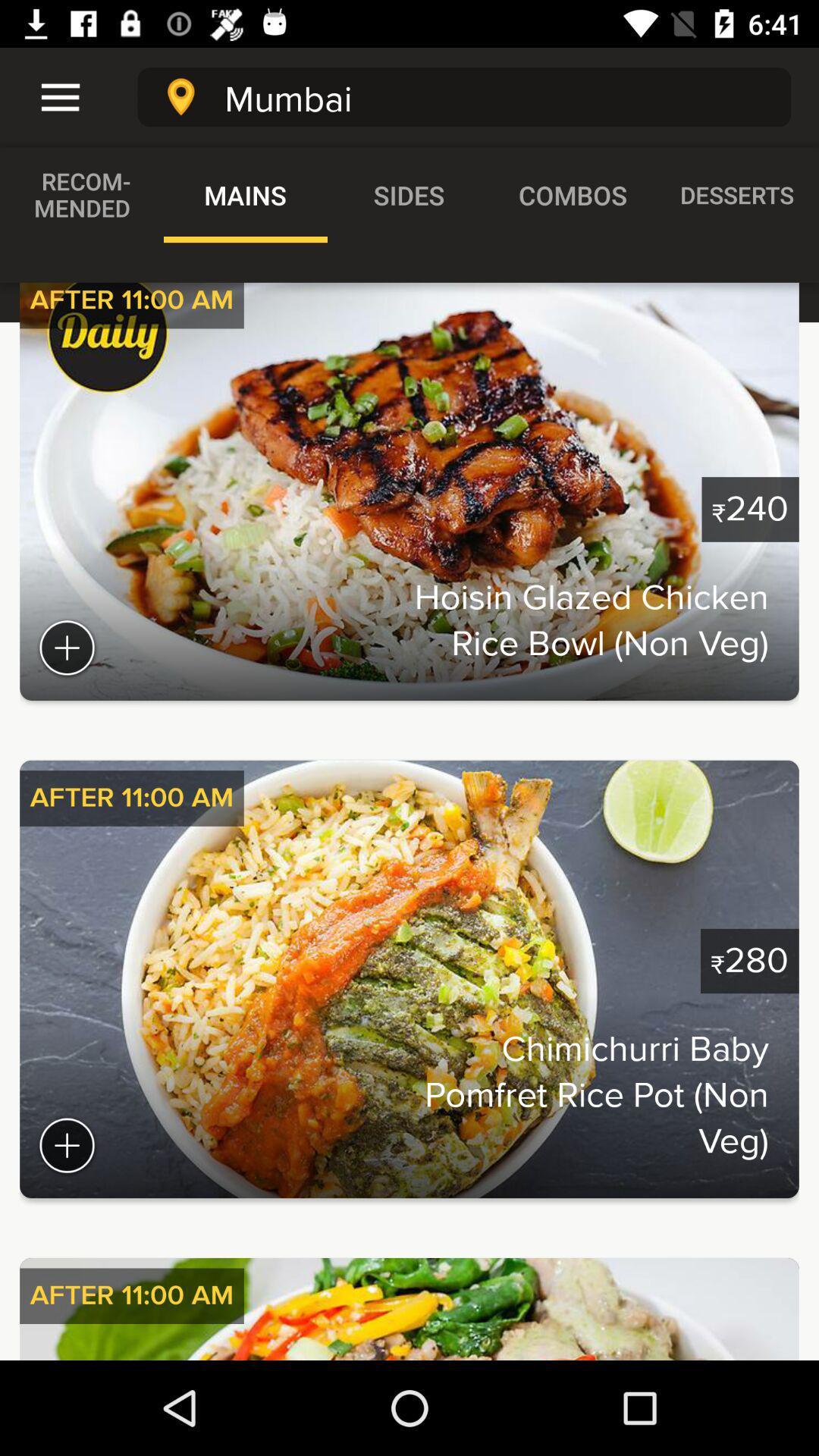 The height and width of the screenshot is (1456, 819). What do you see at coordinates (50, 96) in the screenshot?
I see `the menu icon` at bounding box center [50, 96].